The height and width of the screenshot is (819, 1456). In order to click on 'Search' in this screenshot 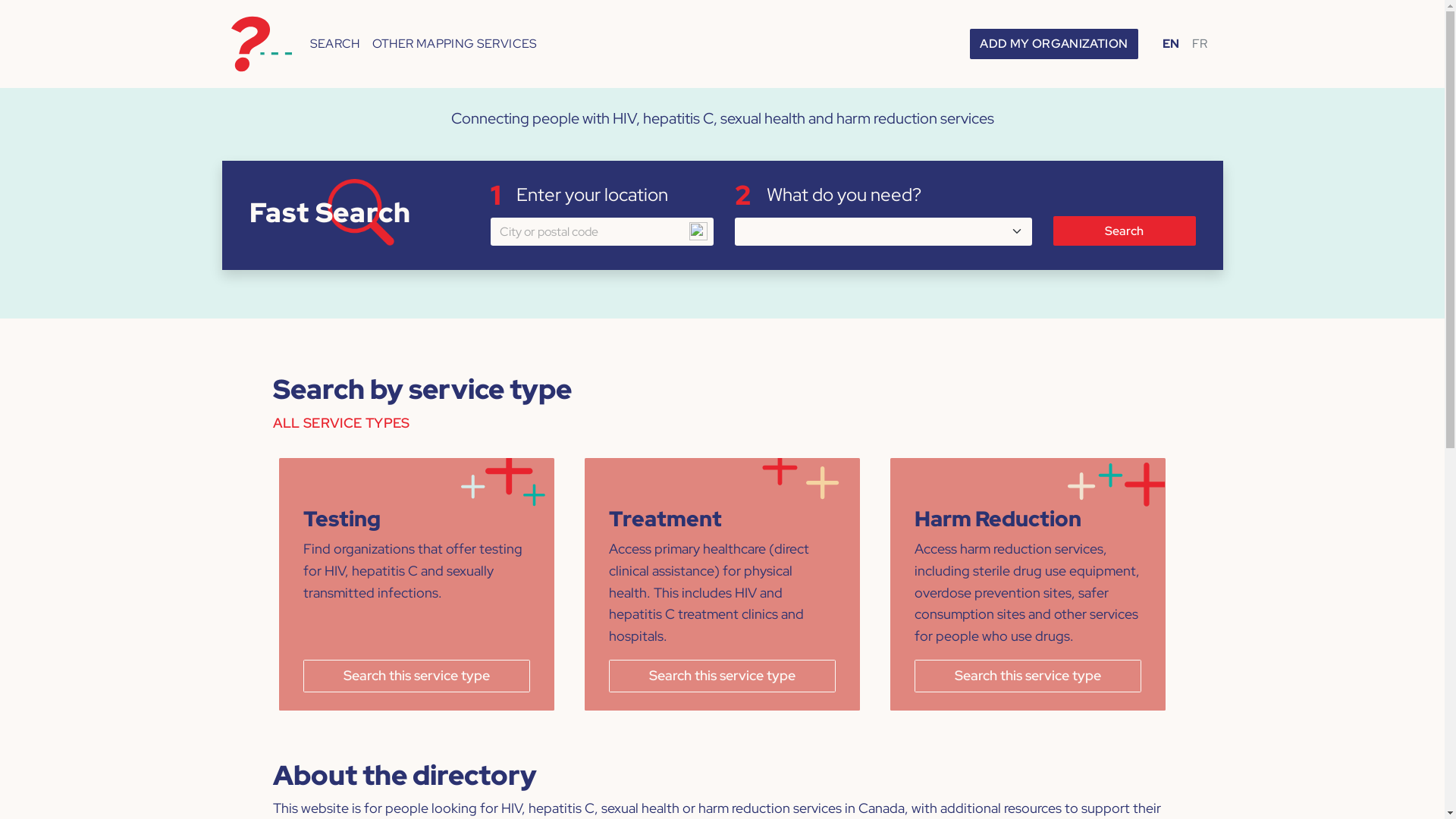, I will do `click(1124, 231)`.